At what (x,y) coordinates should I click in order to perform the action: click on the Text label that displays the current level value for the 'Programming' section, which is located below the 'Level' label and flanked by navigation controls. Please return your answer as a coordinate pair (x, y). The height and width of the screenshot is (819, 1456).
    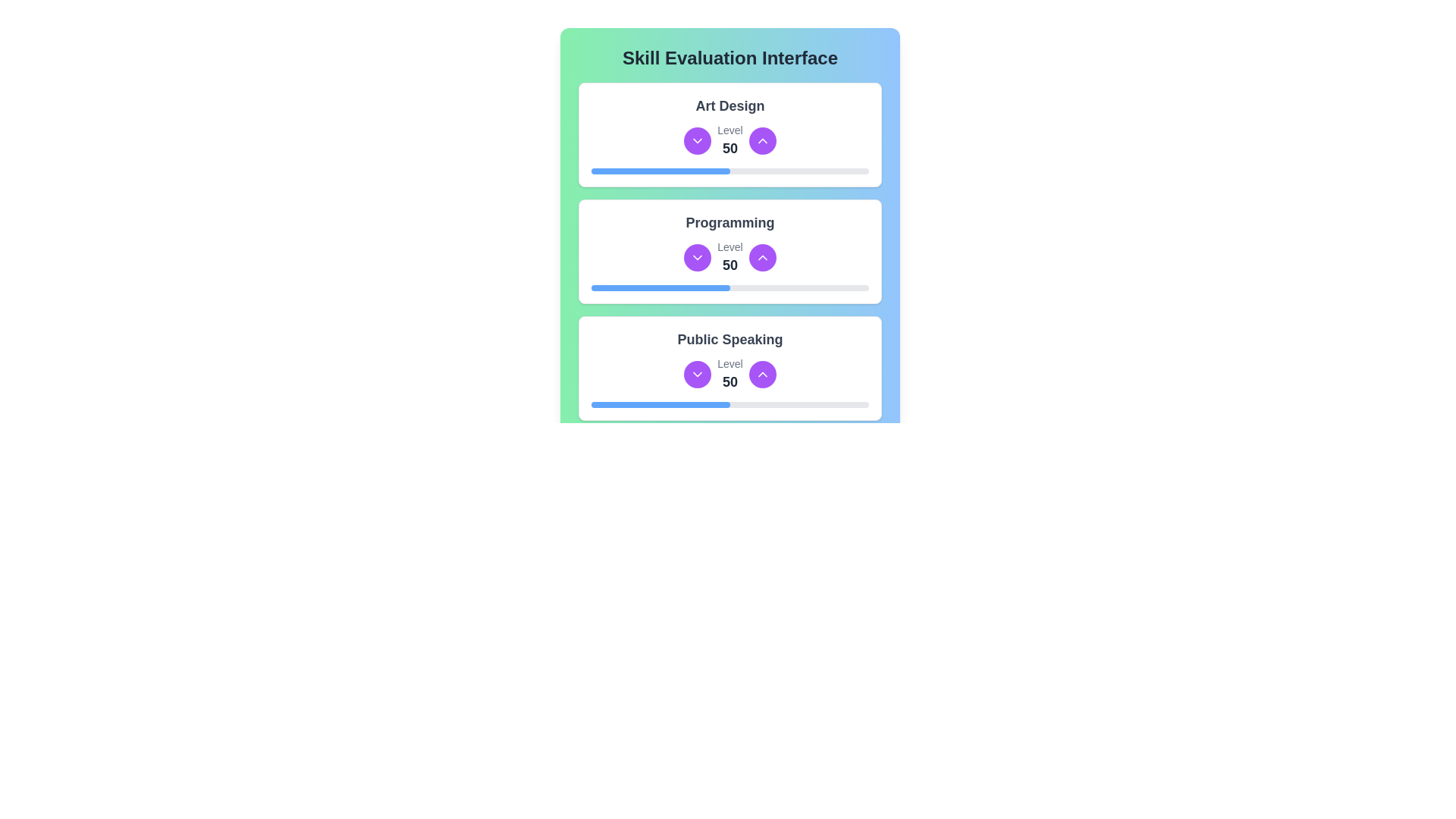
    Looking at the image, I should click on (730, 265).